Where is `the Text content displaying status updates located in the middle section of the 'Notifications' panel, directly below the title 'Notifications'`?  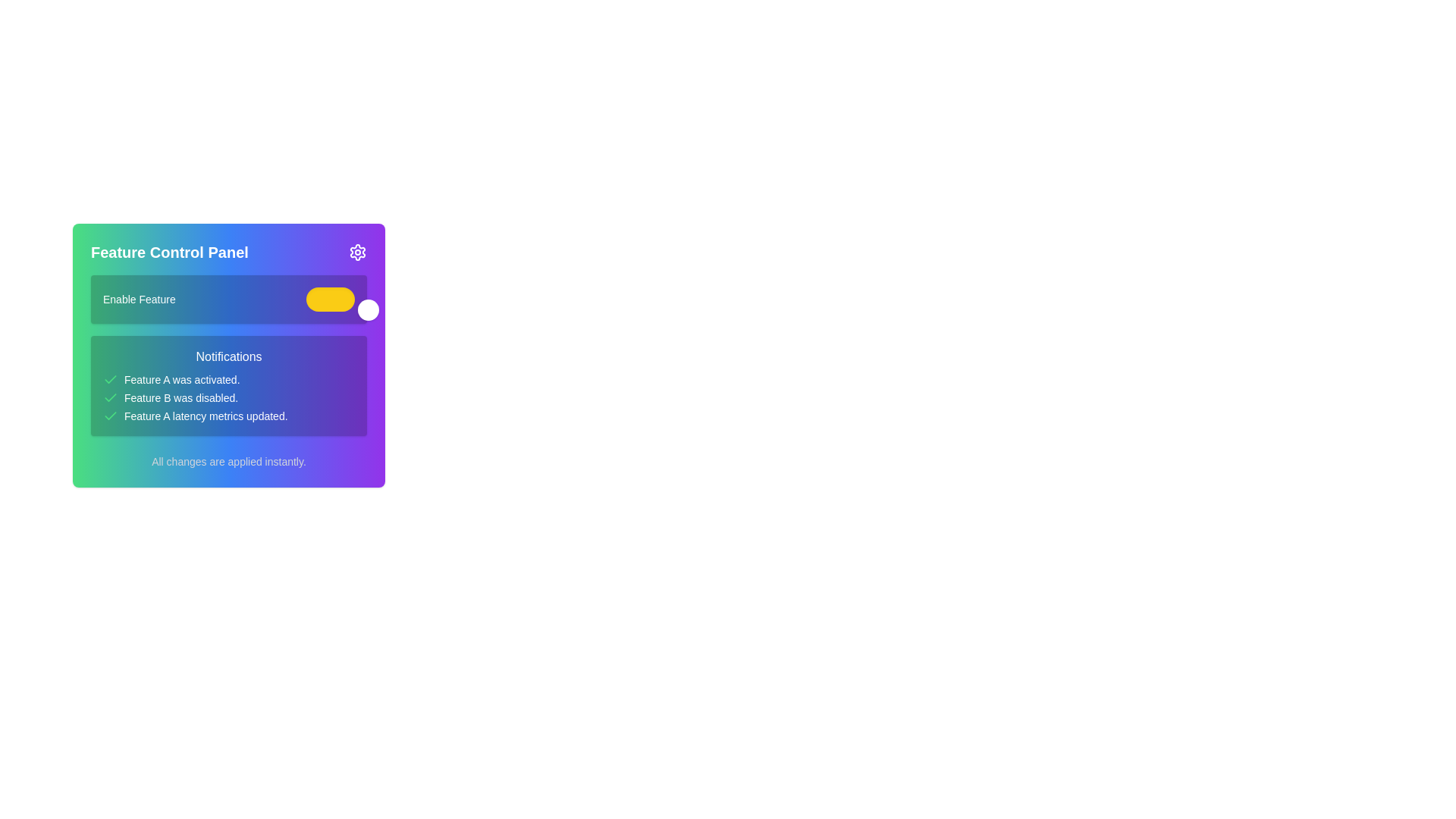
the Text content displaying status updates located in the middle section of the 'Notifications' panel, directly below the title 'Notifications' is located at coordinates (228, 397).